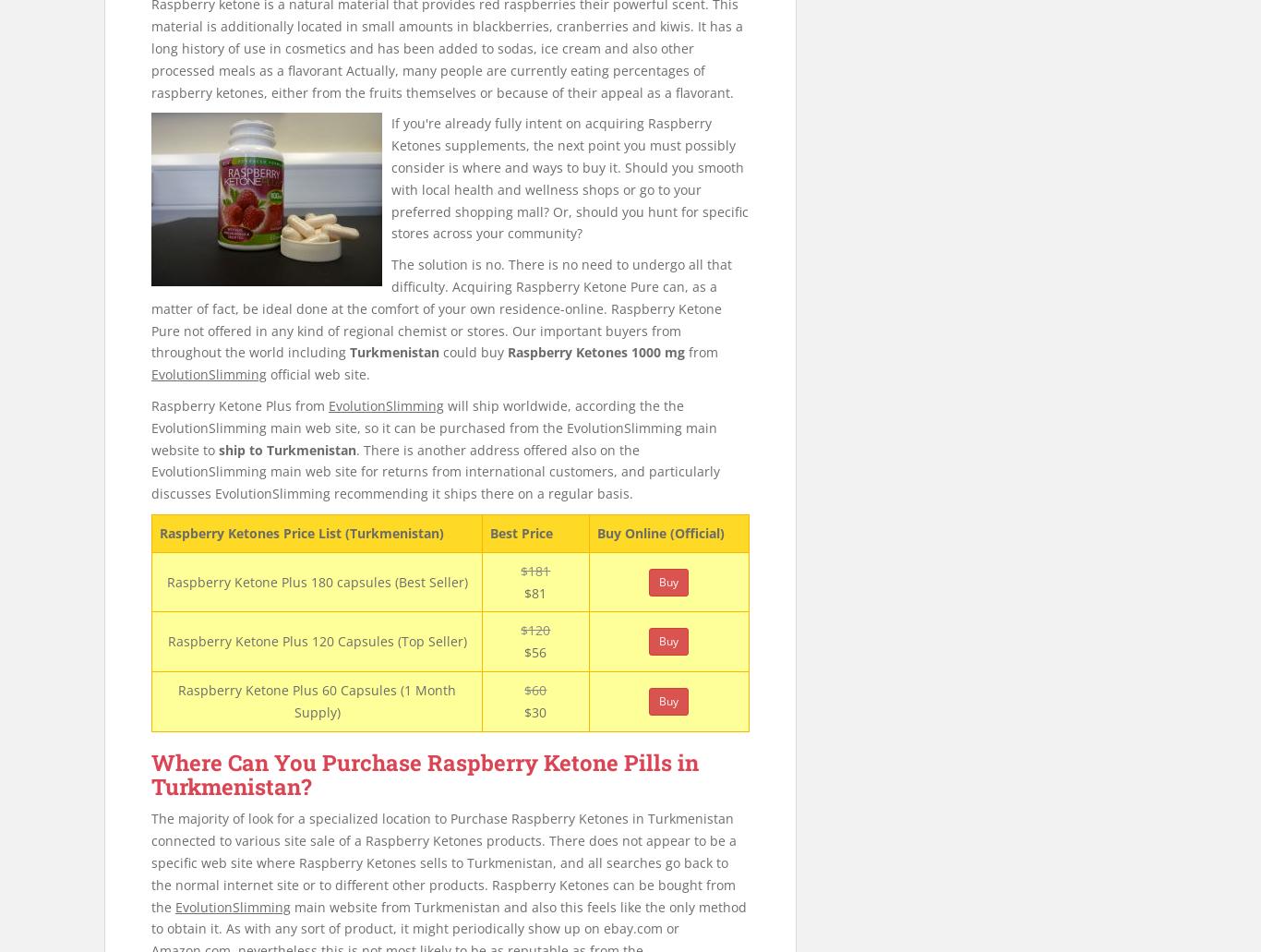  I want to click on 'Raspberry Ketones Price List (Turkmenistan)', so click(302, 531).